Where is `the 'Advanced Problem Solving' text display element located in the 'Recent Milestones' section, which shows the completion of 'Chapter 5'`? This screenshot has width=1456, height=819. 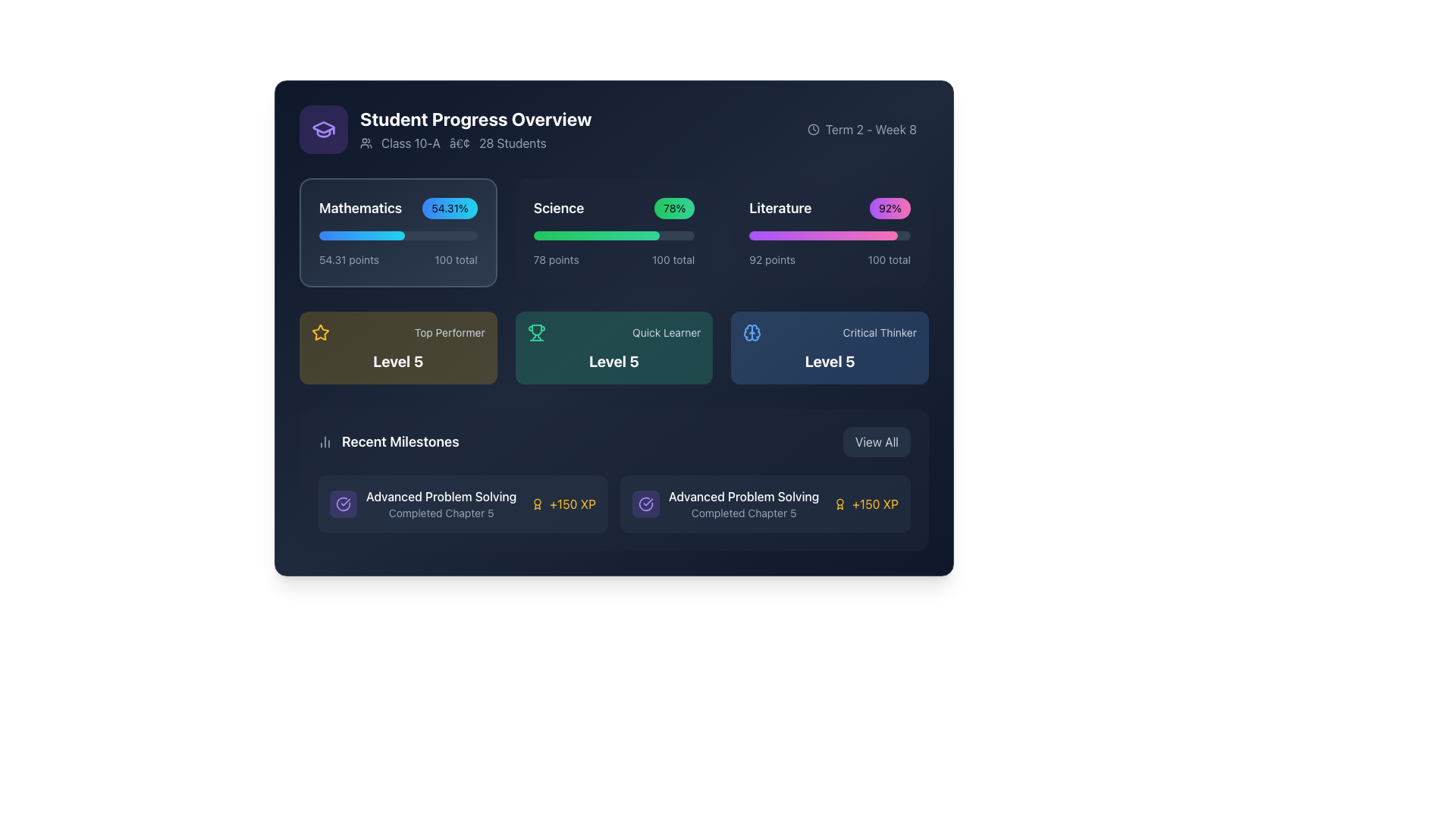 the 'Advanced Problem Solving' text display element located in the 'Recent Milestones' section, which shows the completion of 'Chapter 5' is located at coordinates (441, 504).